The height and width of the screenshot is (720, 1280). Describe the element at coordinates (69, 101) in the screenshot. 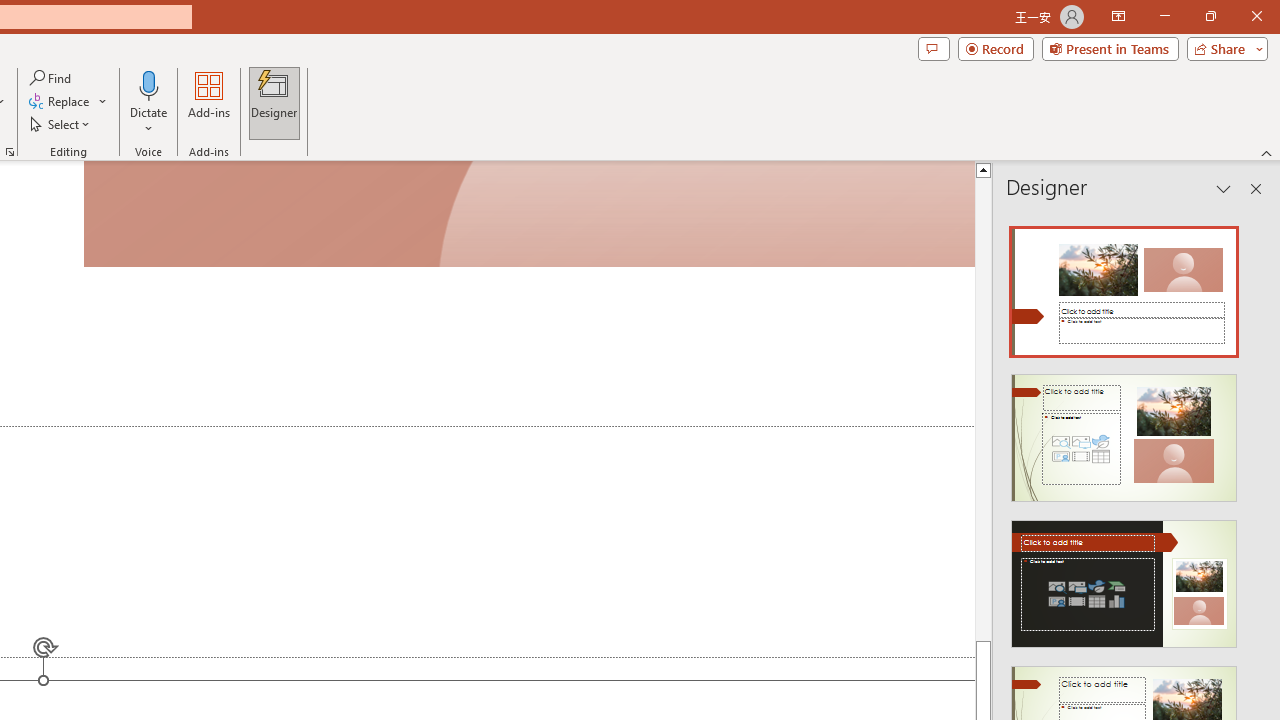

I see `'Replace...'` at that location.